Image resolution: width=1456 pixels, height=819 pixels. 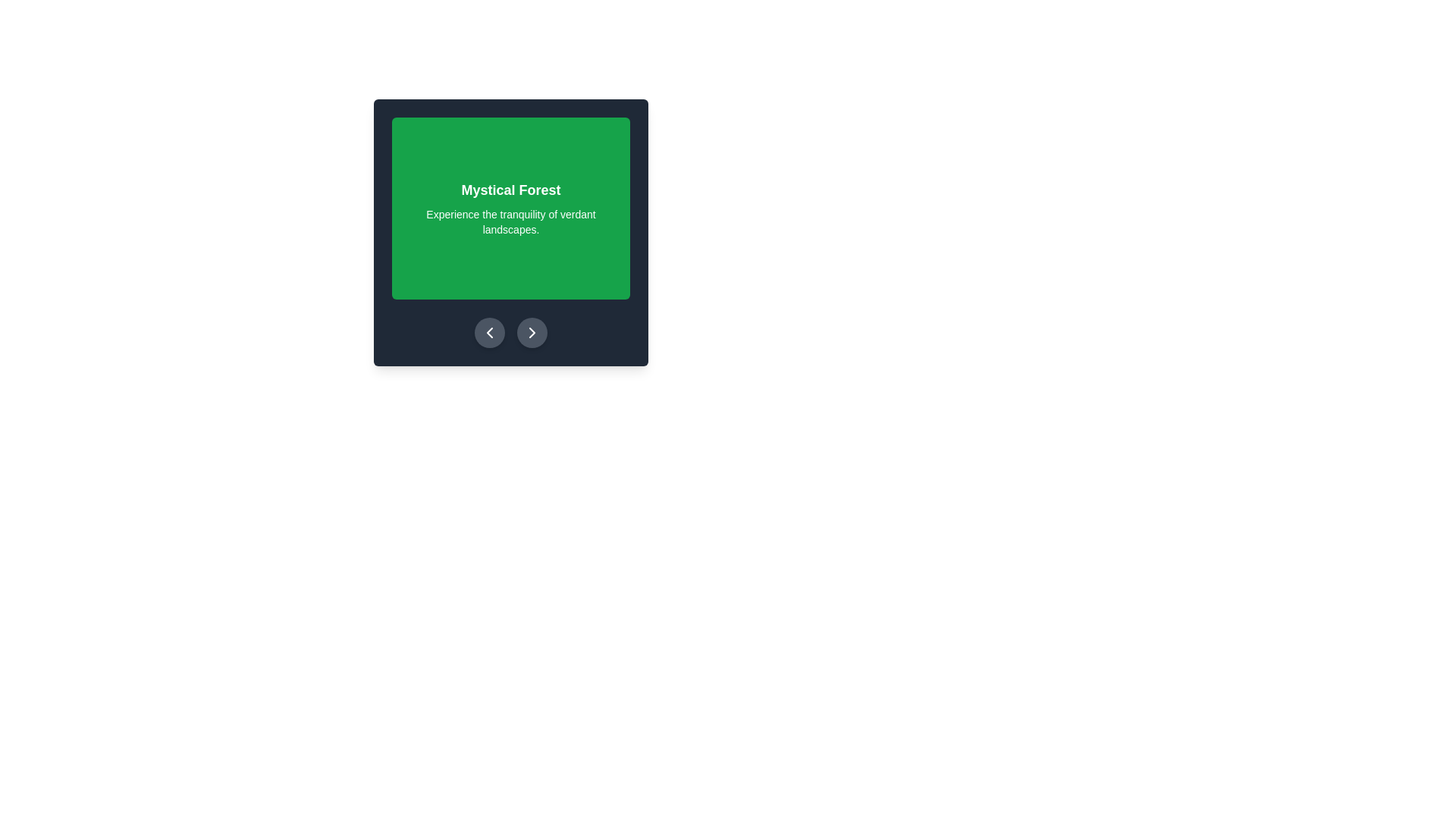 I want to click on the navigation control group consisting of two interactive buttons with chevron icons located at the bottom center of the card displaying 'Mystical Forest Experience the tranquility of verdant landscapes.', so click(x=510, y=332).